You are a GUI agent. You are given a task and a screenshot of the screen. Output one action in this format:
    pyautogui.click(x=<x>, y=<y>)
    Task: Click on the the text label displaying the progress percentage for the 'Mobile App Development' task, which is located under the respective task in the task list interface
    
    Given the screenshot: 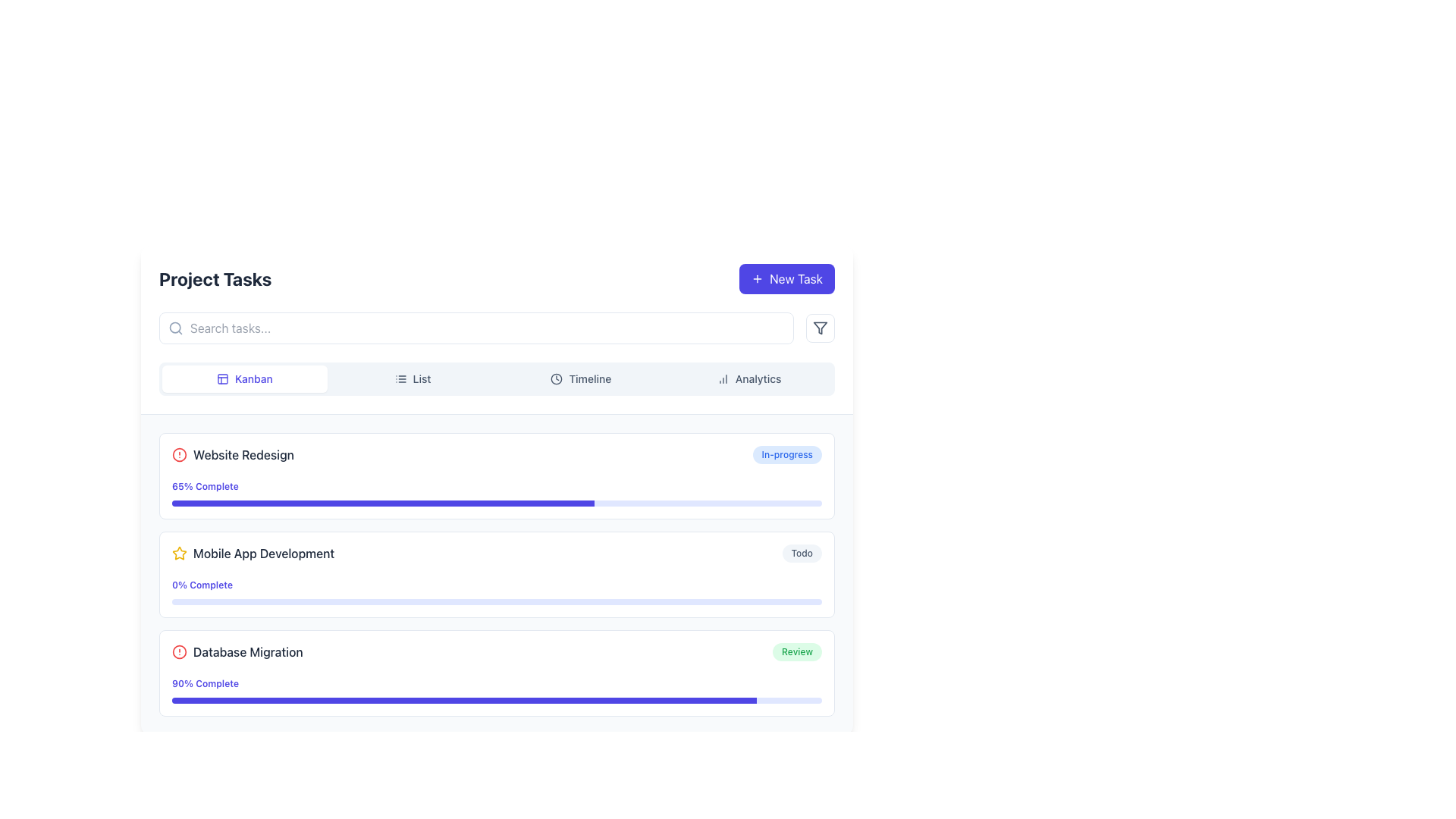 What is the action you would take?
    pyautogui.click(x=202, y=583)
    